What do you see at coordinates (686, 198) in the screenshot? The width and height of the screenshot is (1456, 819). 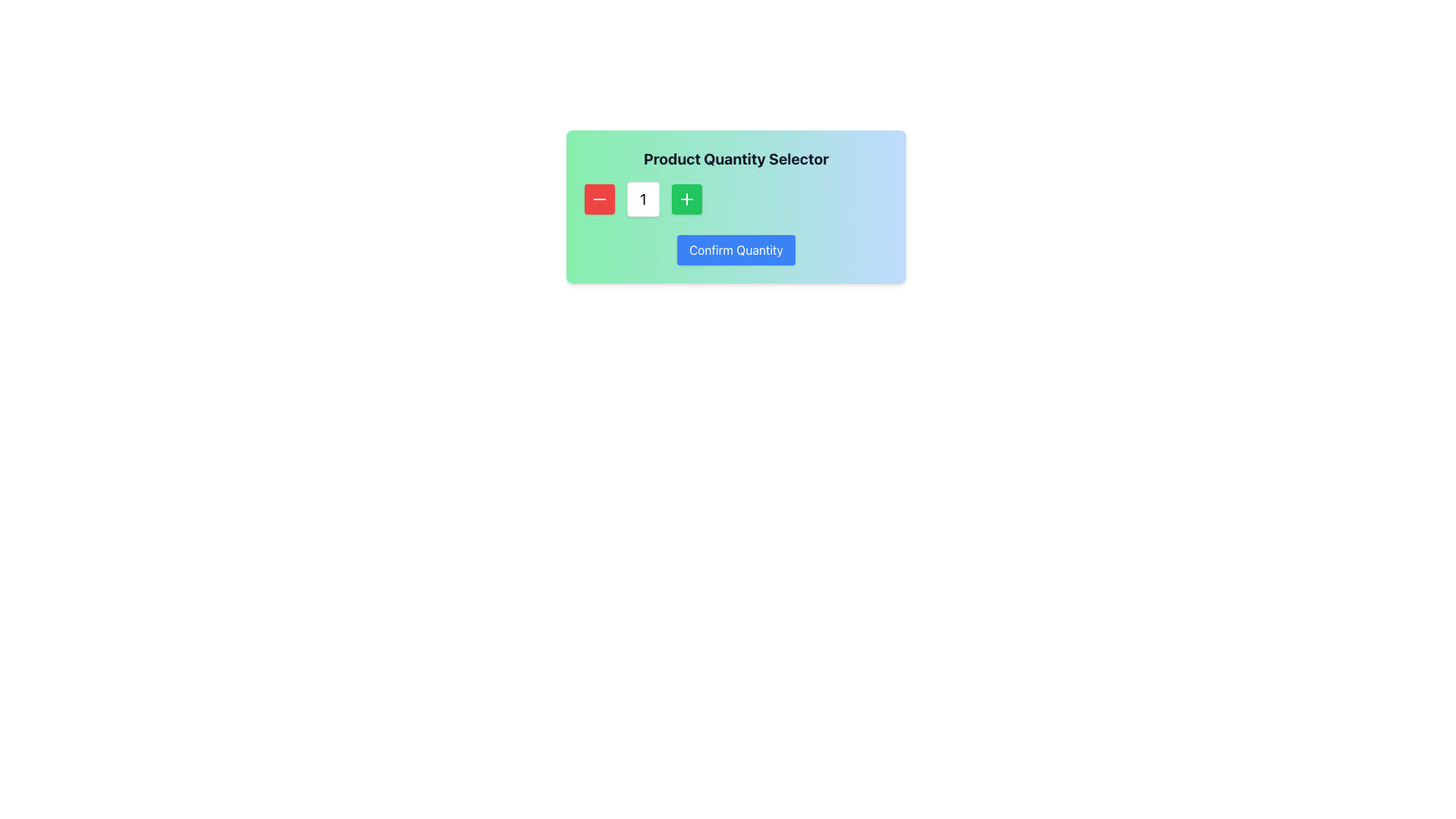 I see `the plus icon within the green button located` at bounding box center [686, 198].